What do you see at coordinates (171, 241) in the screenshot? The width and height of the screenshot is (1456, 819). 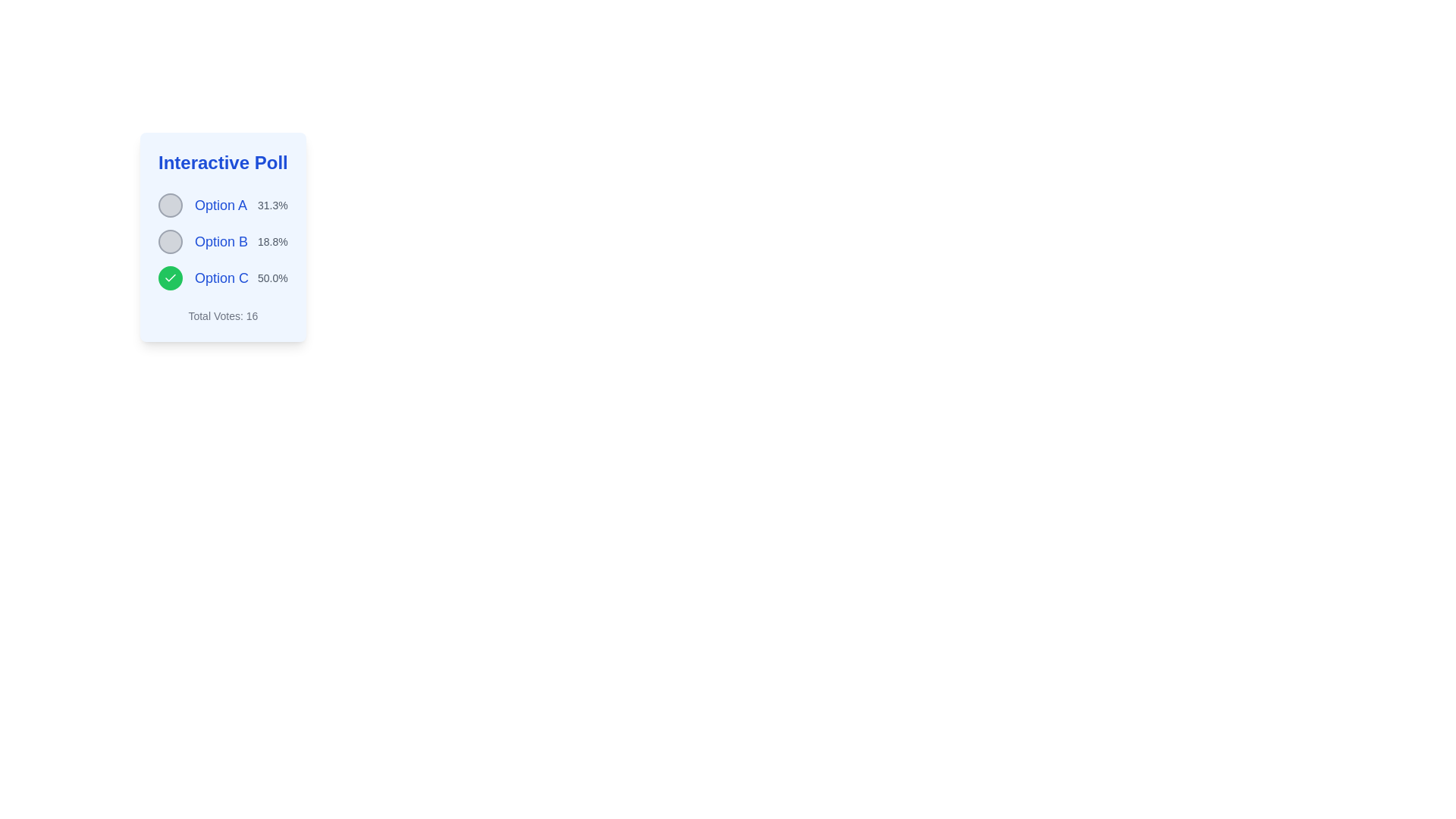 I see `the radio button with a circular shape and a gray background, located to the left of the text label 'Option B'` at bounding box center [171, 241].